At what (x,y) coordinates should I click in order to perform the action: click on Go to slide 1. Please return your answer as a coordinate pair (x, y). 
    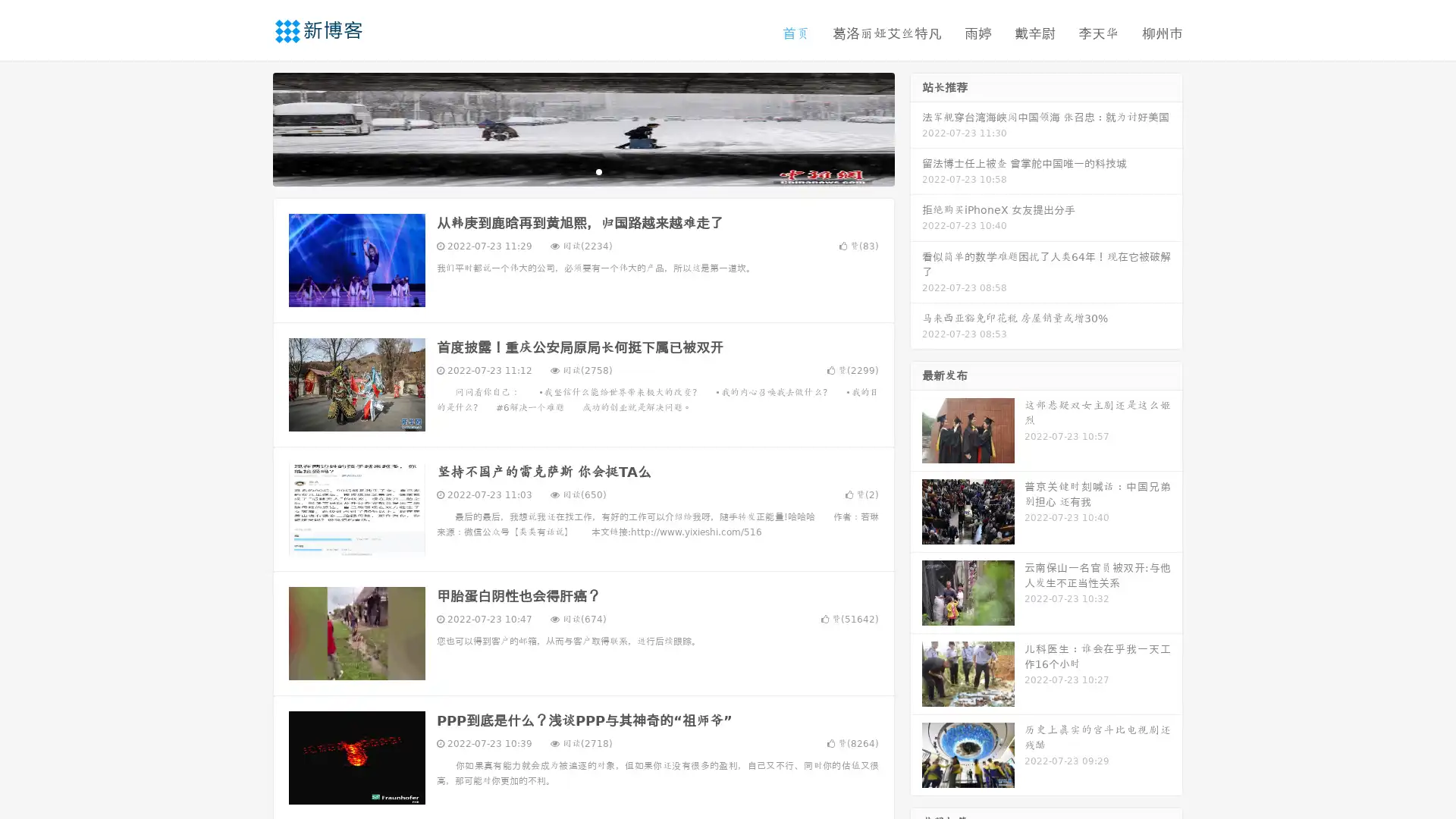
    Looking at the image, I should click on (567, 171).